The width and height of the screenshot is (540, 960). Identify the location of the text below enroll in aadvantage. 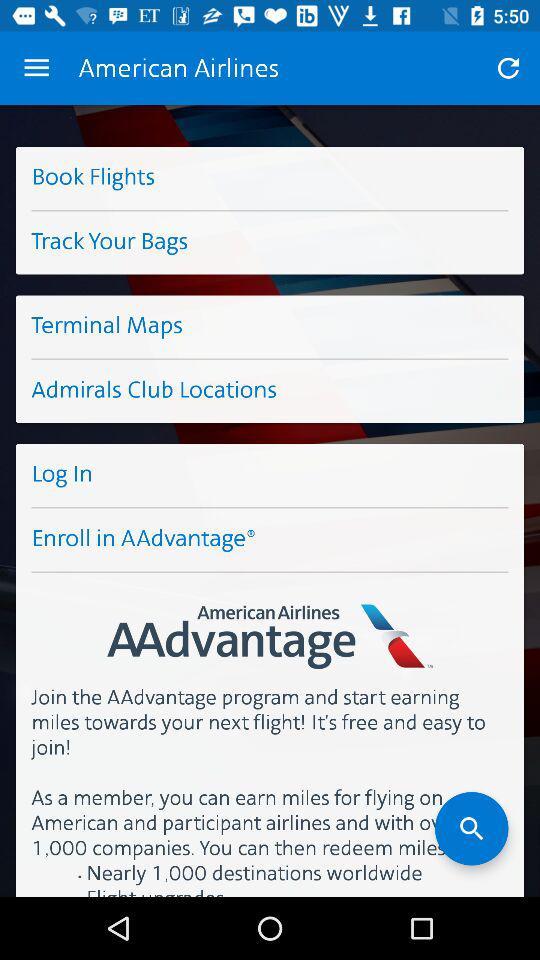
(270, 620).